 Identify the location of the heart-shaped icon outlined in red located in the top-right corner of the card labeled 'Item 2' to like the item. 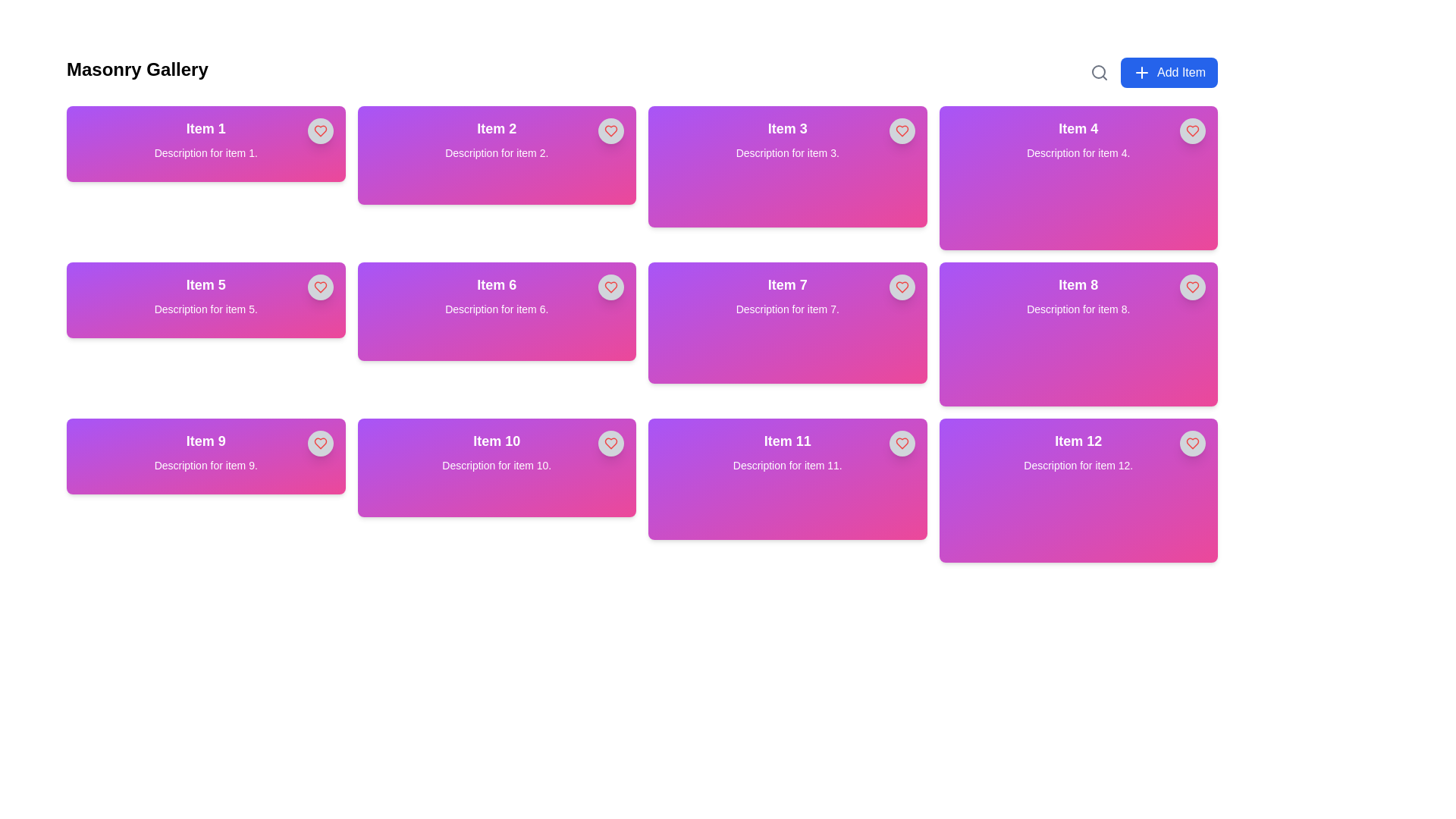
(611, 130).